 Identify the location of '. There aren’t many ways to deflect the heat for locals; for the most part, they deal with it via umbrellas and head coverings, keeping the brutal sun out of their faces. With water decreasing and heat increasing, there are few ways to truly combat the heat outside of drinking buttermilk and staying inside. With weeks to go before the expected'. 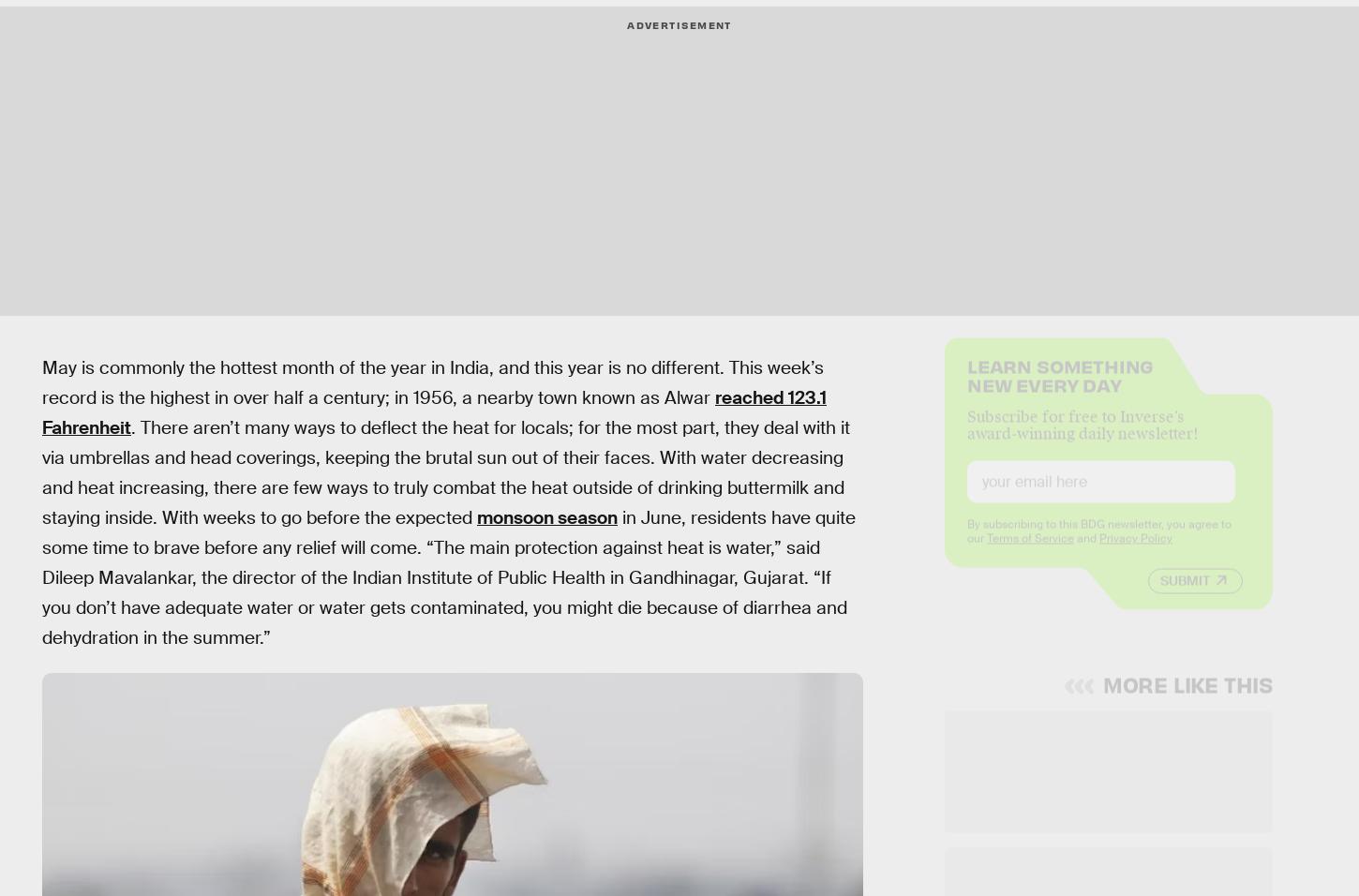
(41, 471).